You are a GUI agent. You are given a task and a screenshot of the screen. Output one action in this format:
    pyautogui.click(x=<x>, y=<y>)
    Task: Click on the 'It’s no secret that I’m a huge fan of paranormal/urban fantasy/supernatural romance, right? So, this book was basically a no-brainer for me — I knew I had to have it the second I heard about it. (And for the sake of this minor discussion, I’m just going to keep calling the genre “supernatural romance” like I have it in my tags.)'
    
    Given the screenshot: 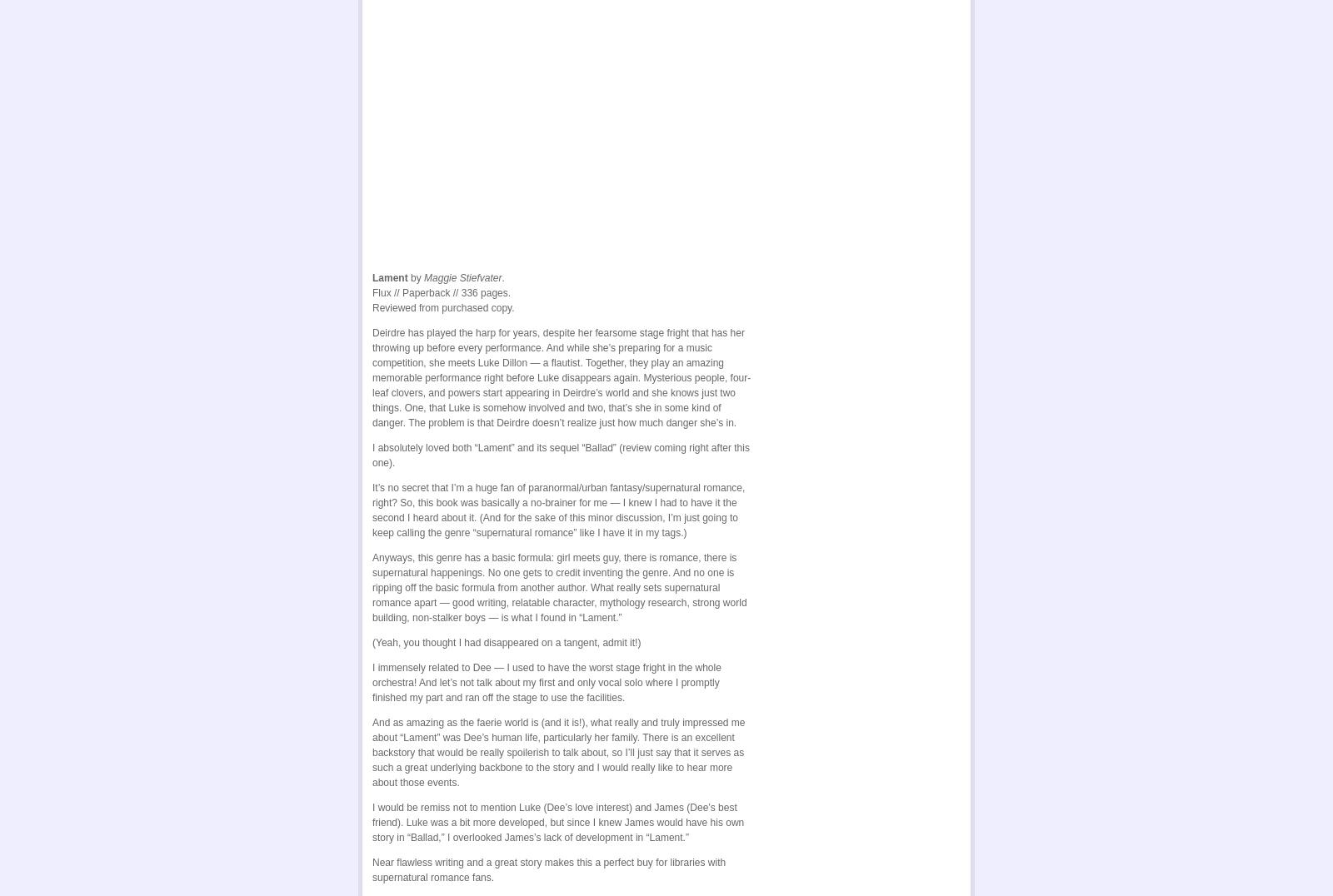 What is the action you would take?
    pyautogui.click(x=558, y=507)
    